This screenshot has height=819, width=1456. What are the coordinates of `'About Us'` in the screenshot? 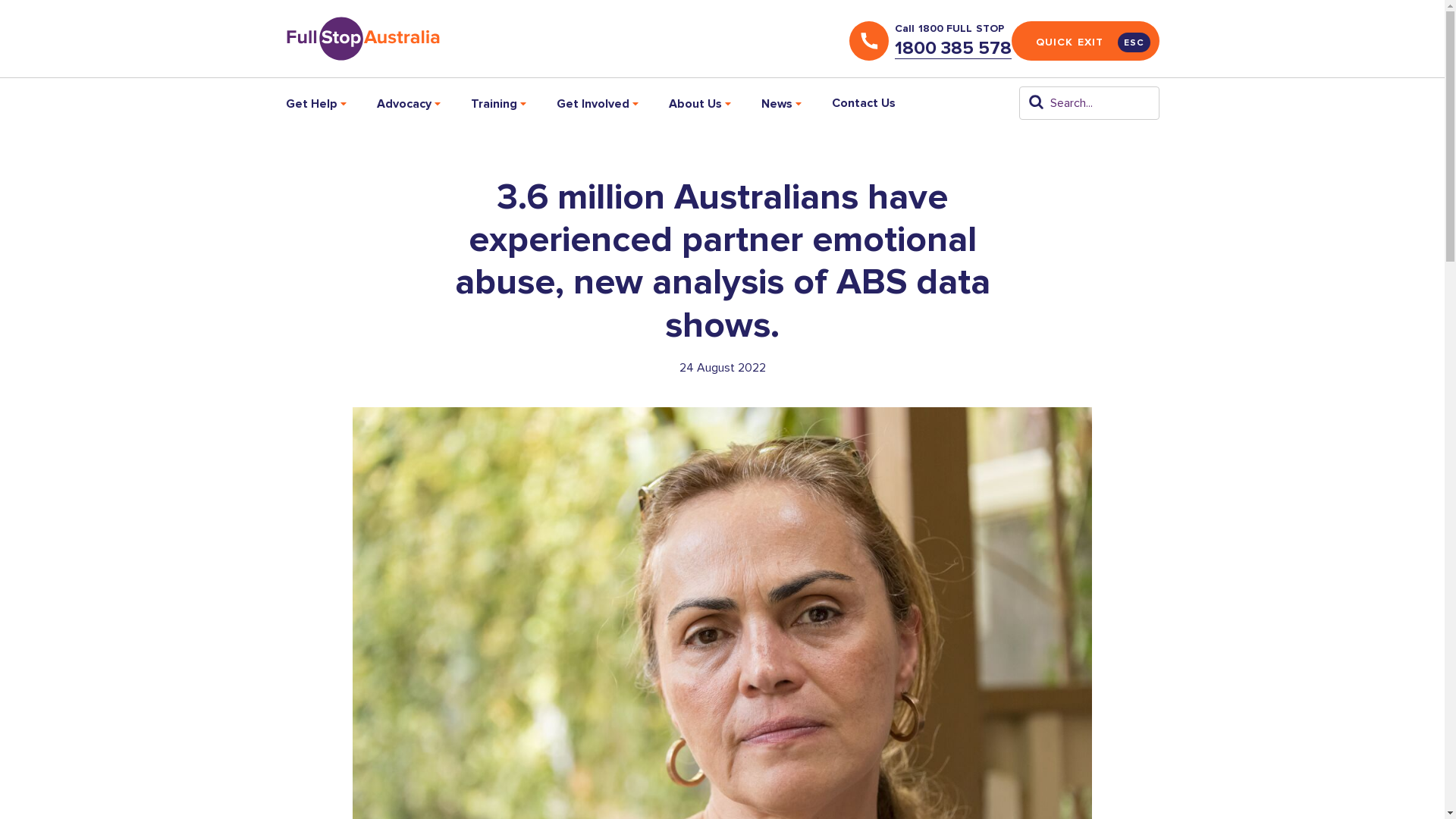 It's located at (698, 102).